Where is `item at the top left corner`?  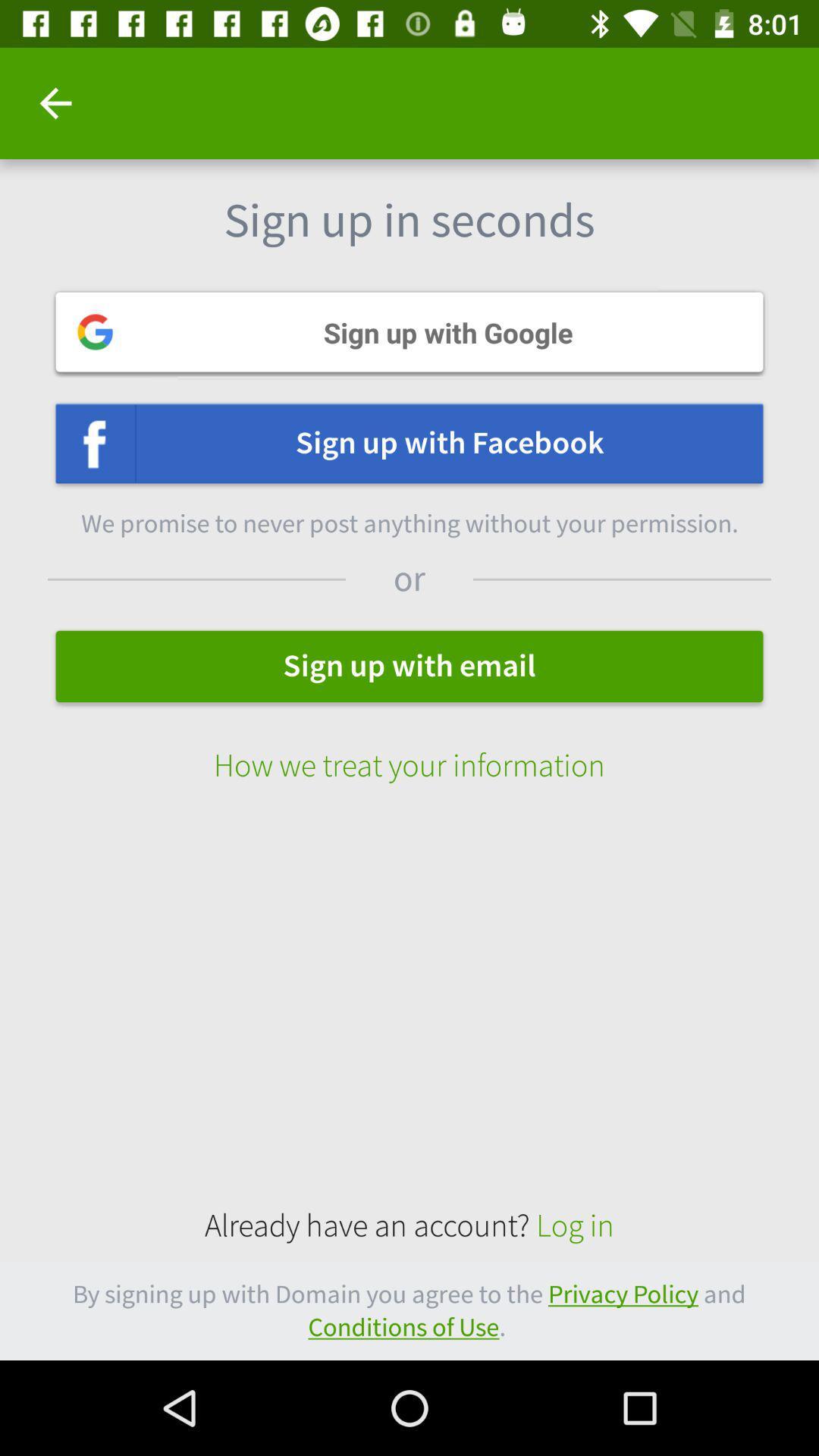
item at the top left corner is located at coordinates (55, 102).